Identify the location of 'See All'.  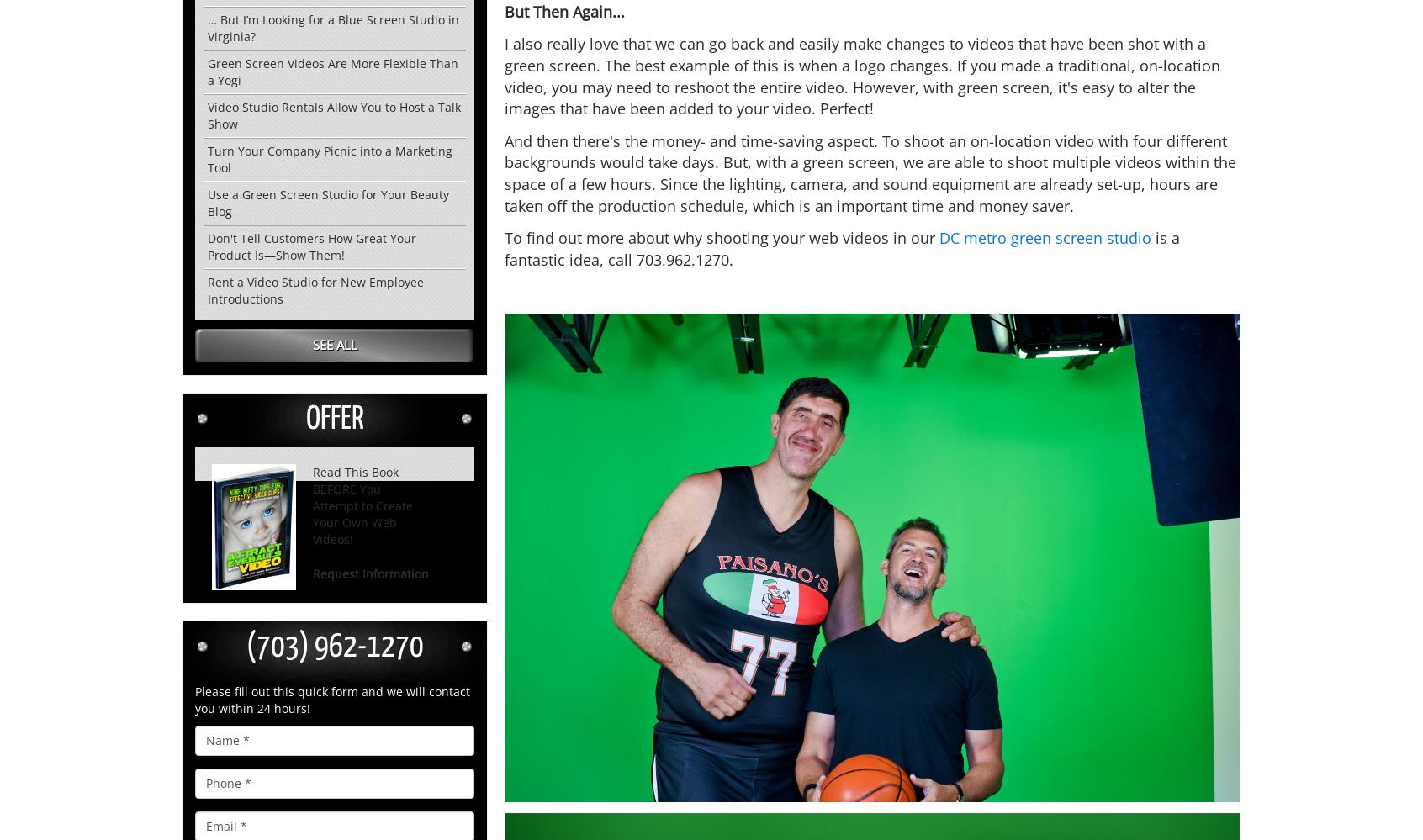
(312, 342).